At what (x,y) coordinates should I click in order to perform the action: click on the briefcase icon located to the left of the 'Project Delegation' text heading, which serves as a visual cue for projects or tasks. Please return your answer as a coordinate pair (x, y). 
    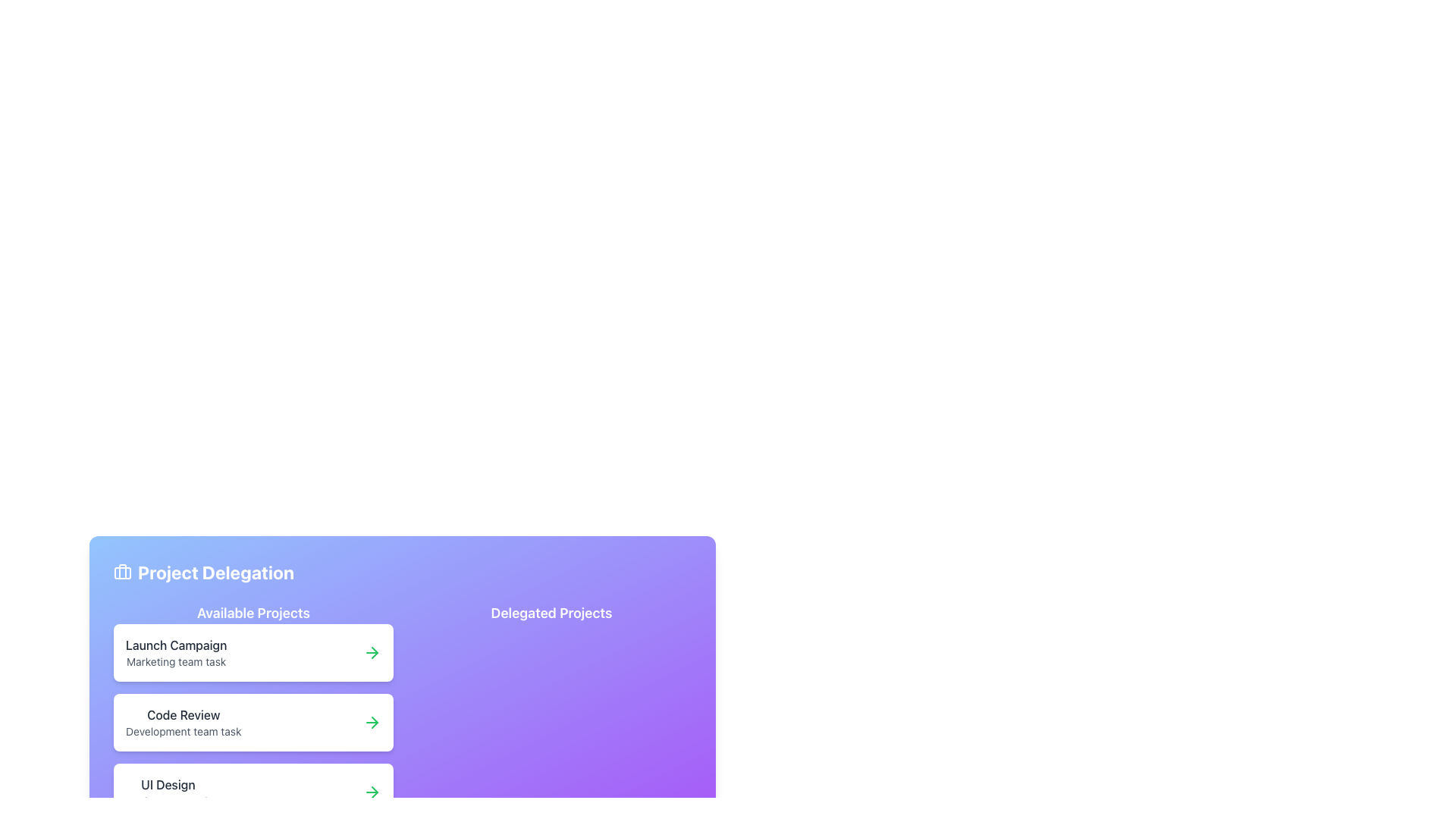
    Looking at the image, I should click on (123, 573).